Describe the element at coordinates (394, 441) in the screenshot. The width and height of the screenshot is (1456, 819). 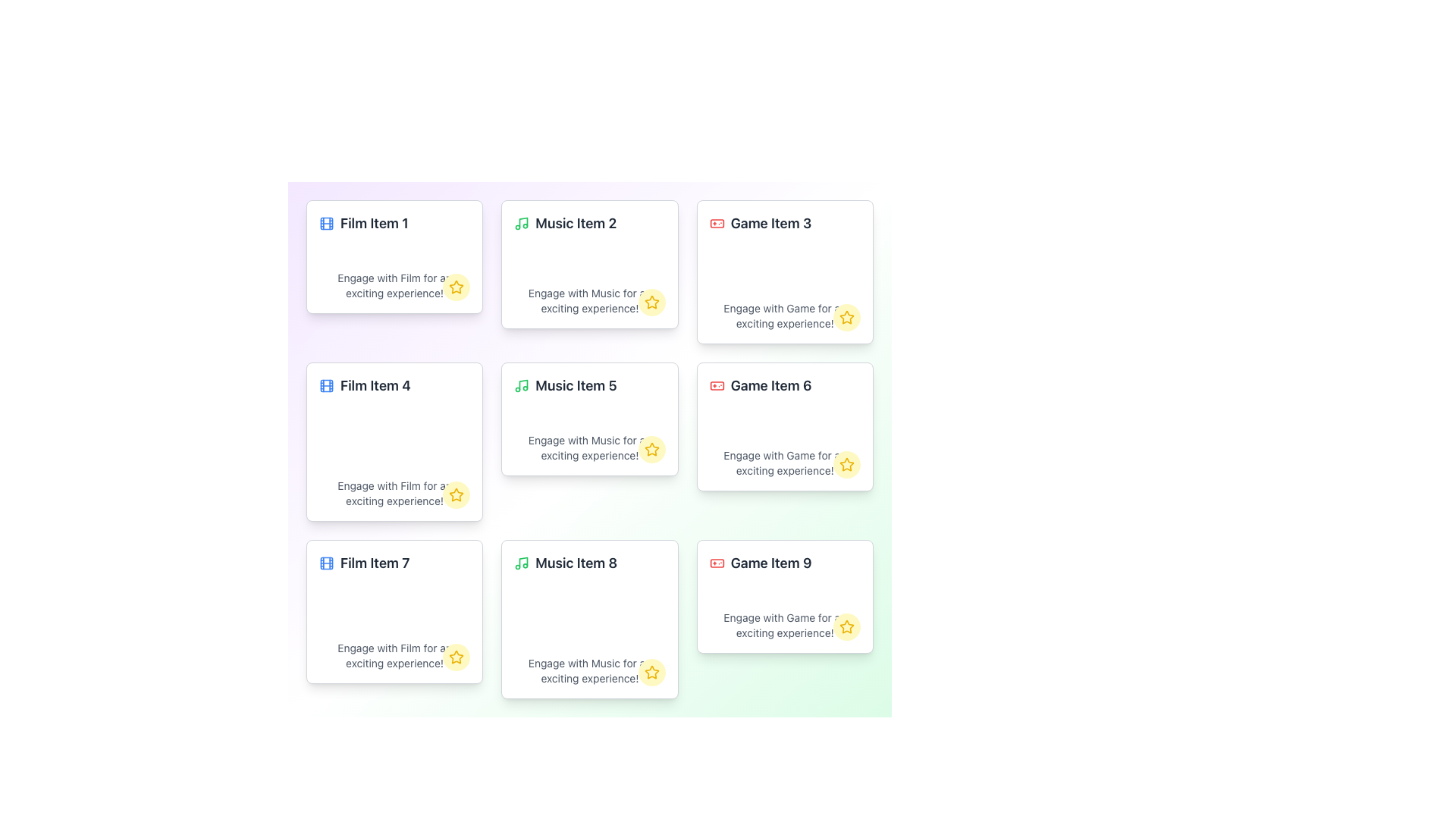
I see `the film category card located in the second row and first column of the grid layout` at that location.